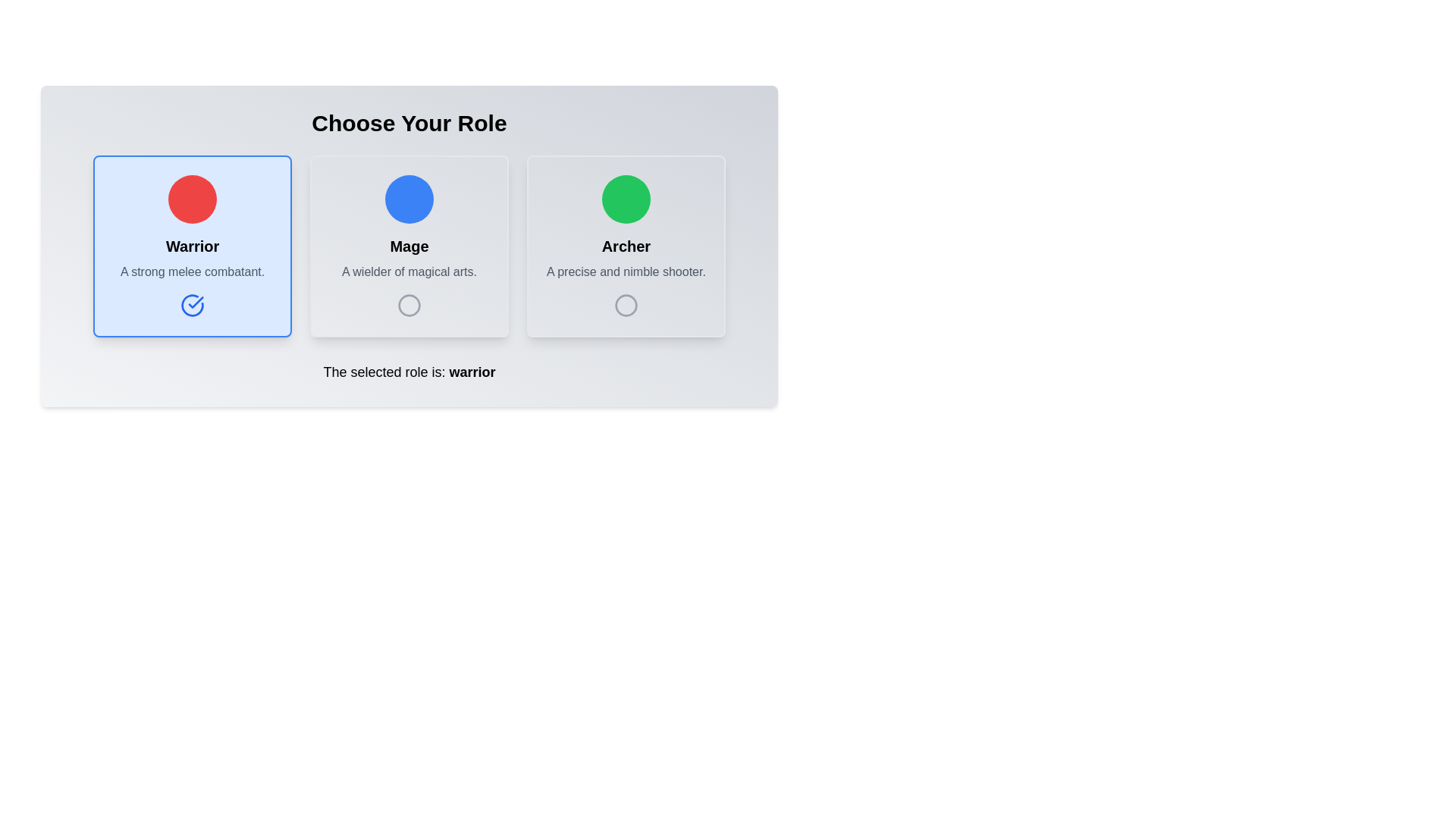  I want to click on on the selection icon that indicates the 'Warrior' option has been selected, located below the 'Warrior' text and above the descriptive text in the selection card, so click(192, 305).